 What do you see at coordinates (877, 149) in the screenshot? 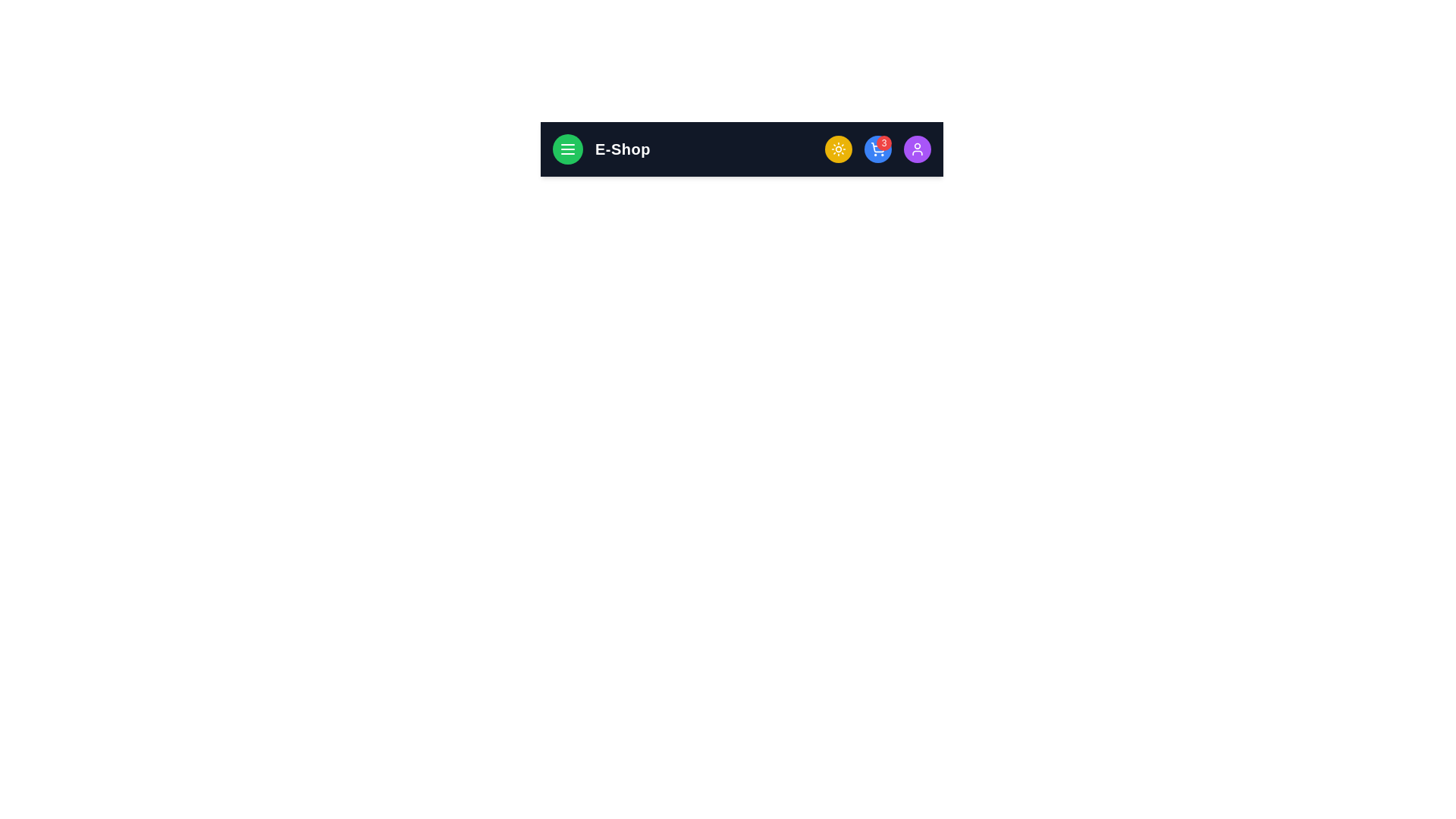
I see `the shopping cart button to open the cart` at bounding box center [877, 149].